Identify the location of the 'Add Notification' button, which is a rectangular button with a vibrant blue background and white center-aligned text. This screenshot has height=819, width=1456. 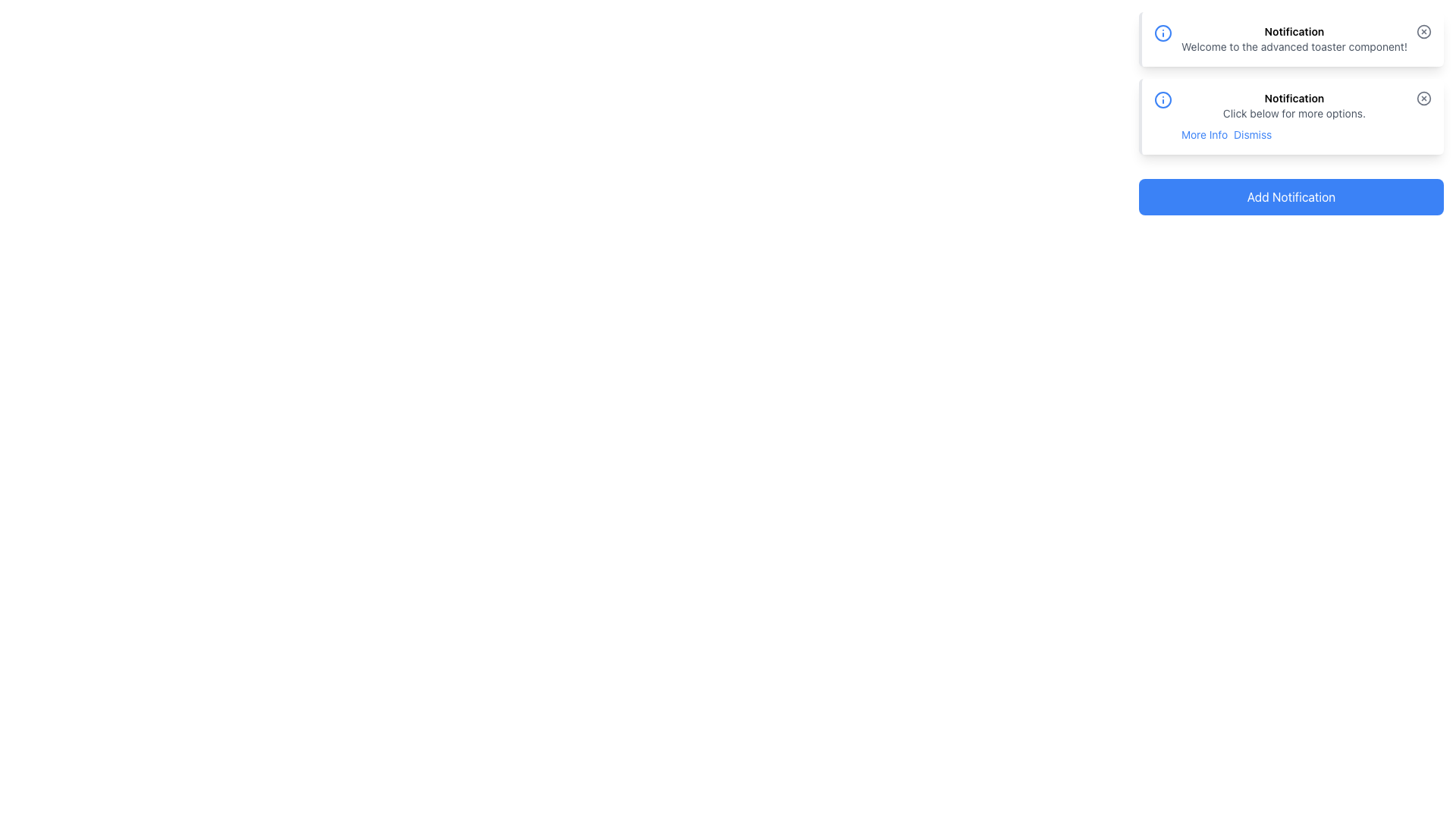
(1291, 196).